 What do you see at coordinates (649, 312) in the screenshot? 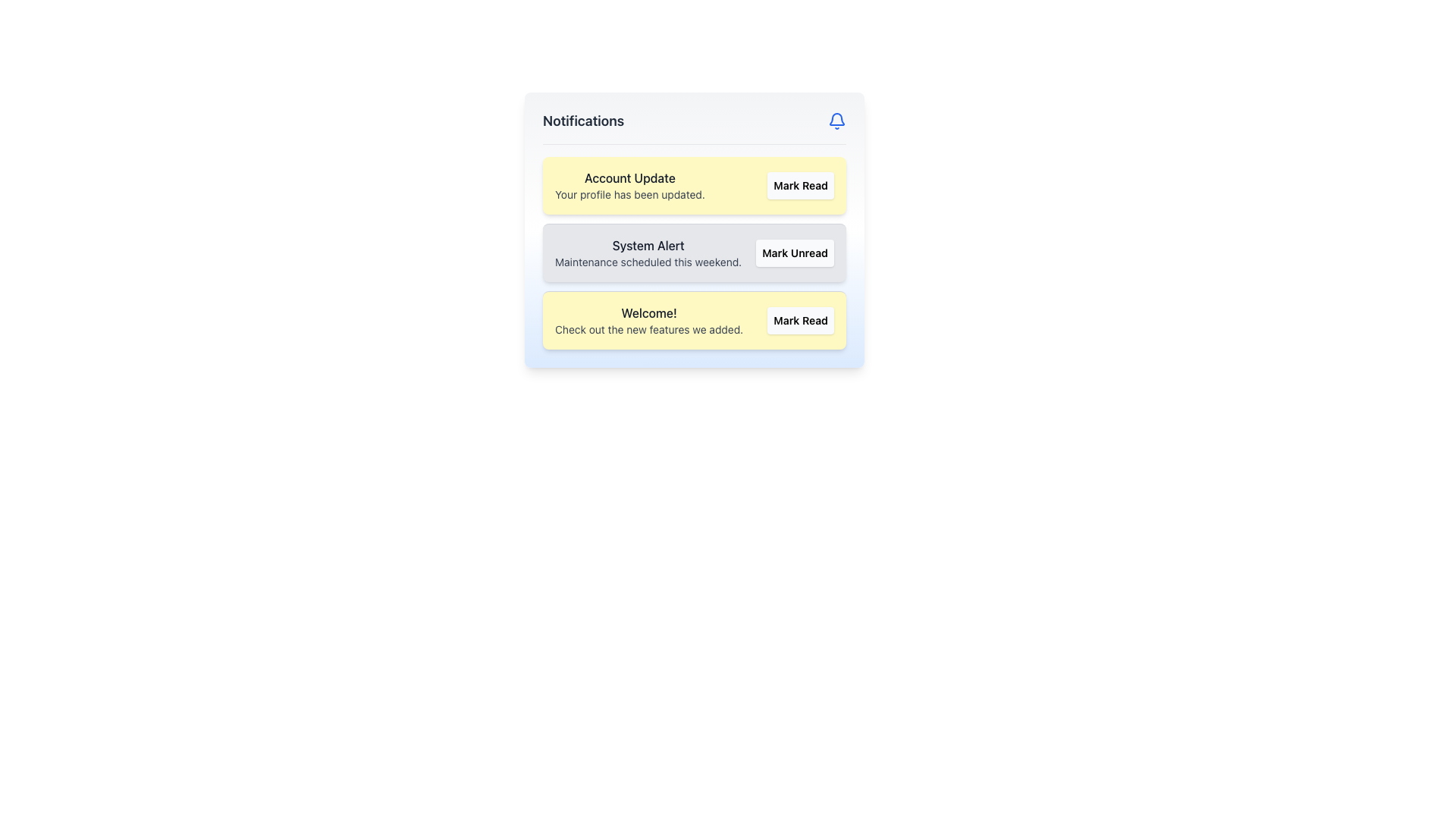
I see `text label that displays 'Welcome!' in dark gray on a yellow notification card` at bounding box center [649, 312].